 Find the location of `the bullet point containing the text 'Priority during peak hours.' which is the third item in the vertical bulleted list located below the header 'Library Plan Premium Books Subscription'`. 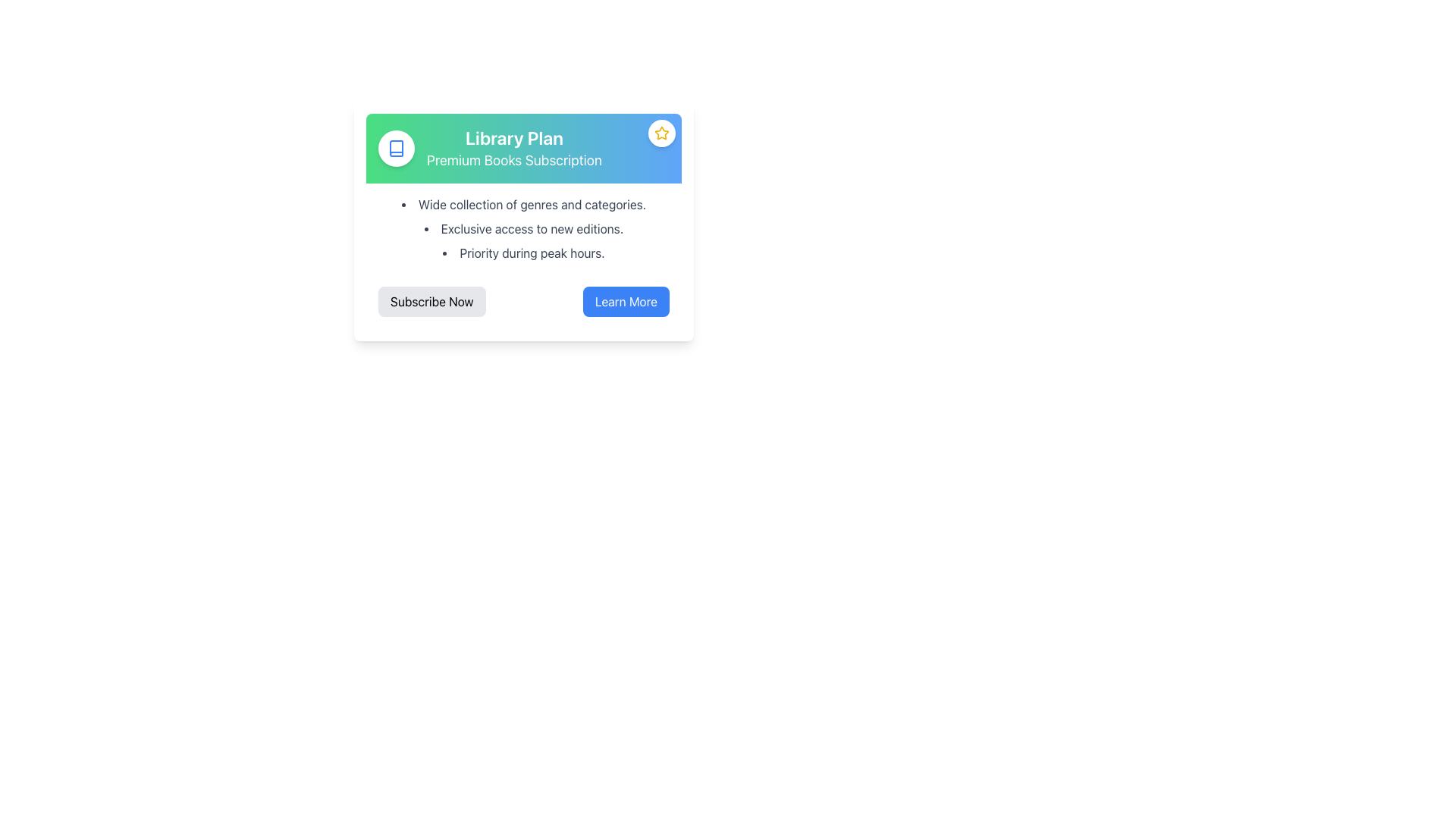

the bullet point containing the text 'Priority during peak hours.' which is the third item in the vertical bulleted list located below the header 'Library Plan Premium Books Subscription' is located at coordinates (524, 253).